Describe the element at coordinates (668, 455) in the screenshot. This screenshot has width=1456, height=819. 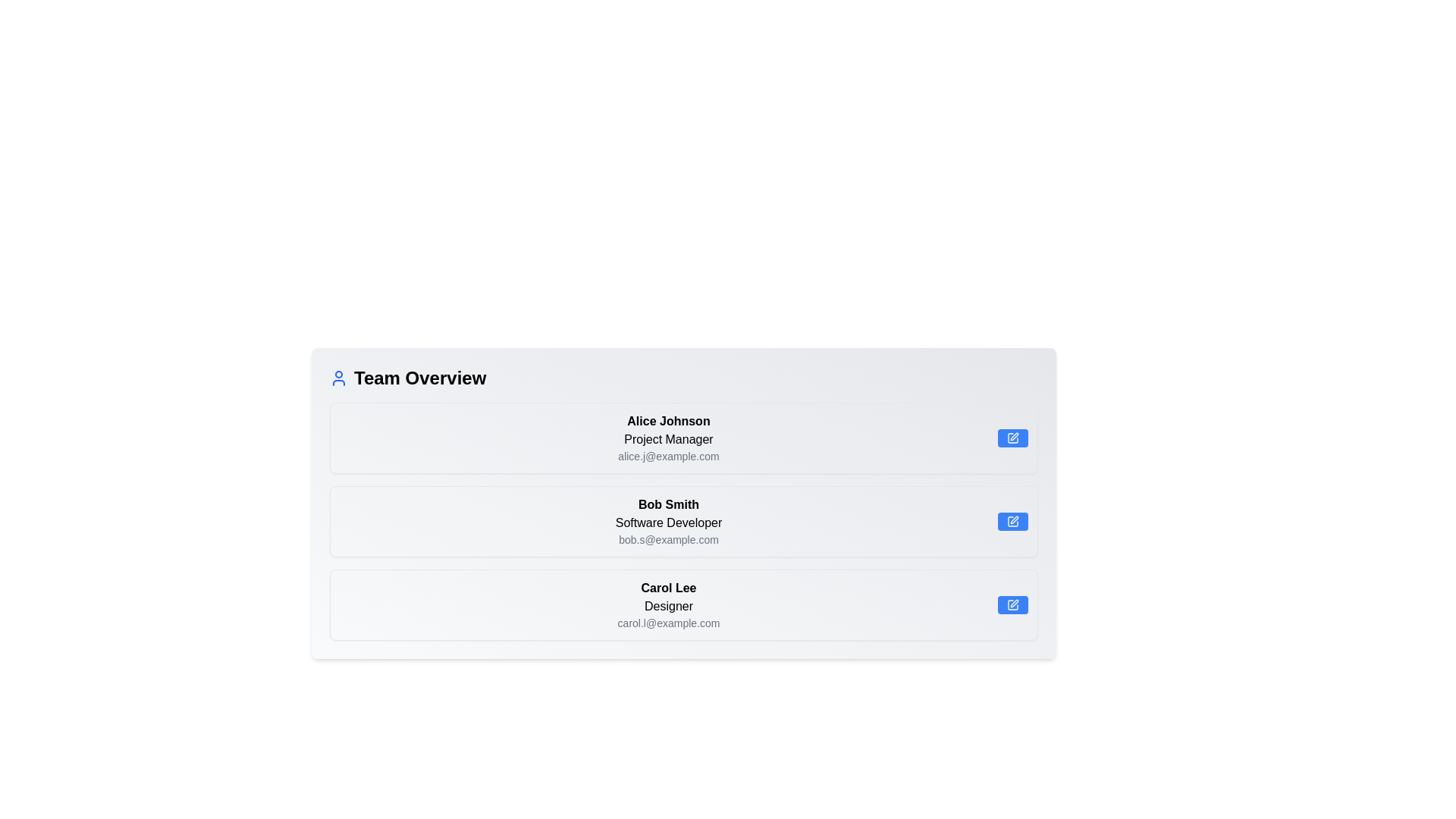
I see `text content displayed in the text node showing the email address 'alice.j@example.com', which is located beneath the name 'Alice Johnson' and the role 'Project Manager' in the 'Team Overview' section` at that location.